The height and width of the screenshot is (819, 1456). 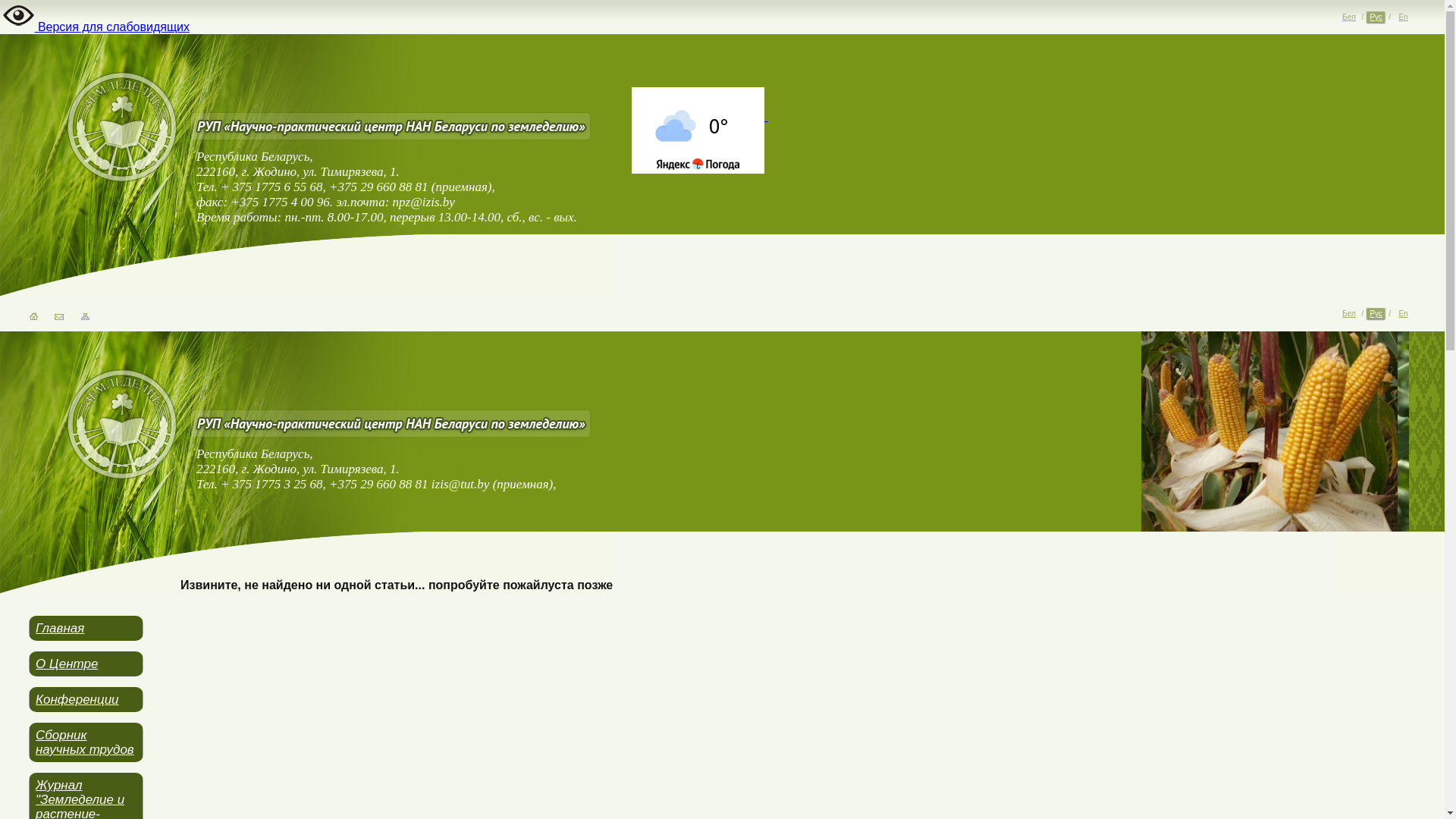 I want to click on 'En', so click(x=1402, y=313).